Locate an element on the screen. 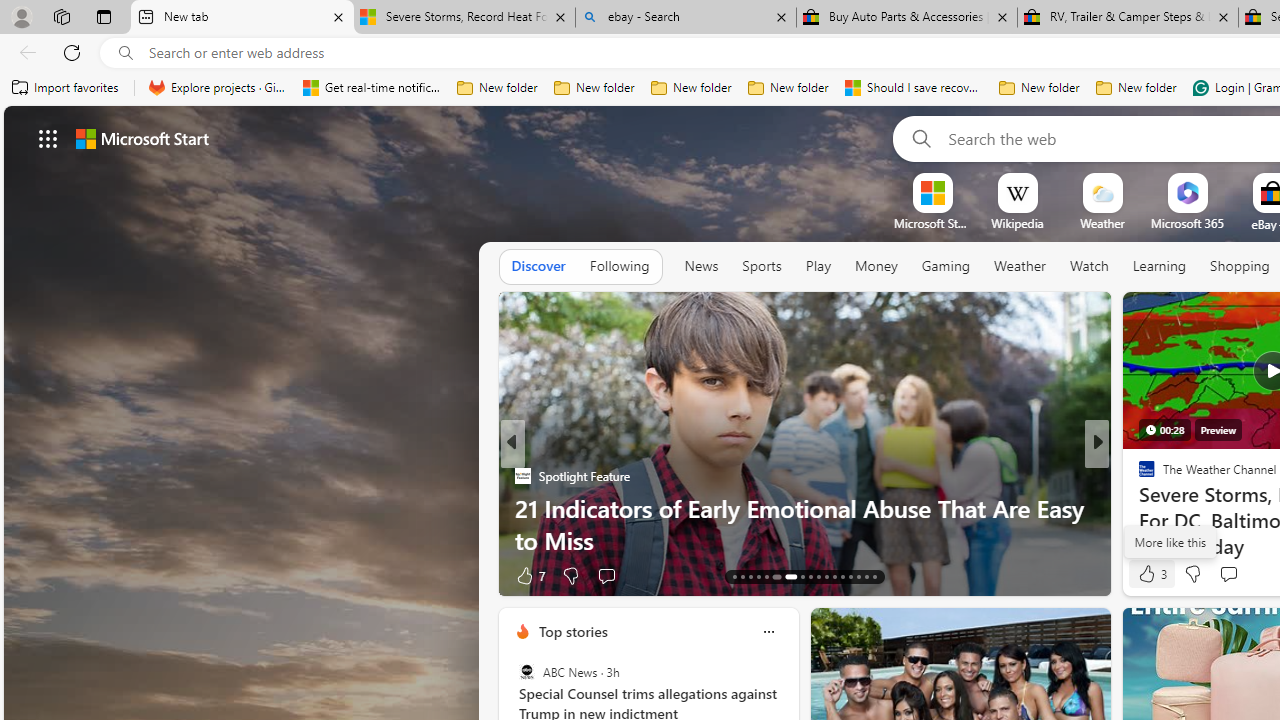 The image size is (1280, 720). 'Should I save recovered Word documents? - Microsoft Support' is located at coordinates (912, 87).